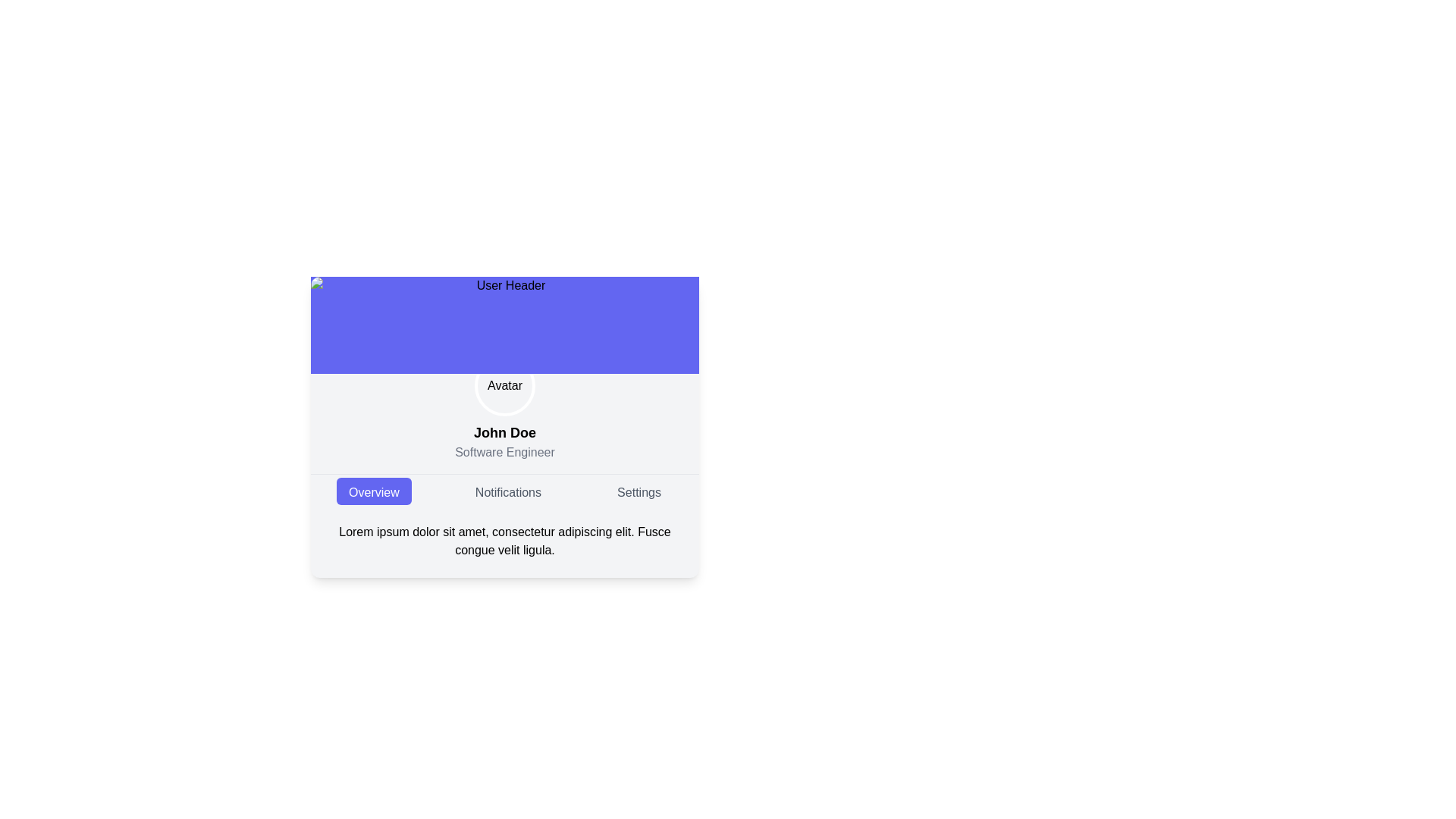  Describe the element at coordinates (508, 491) in the screenshot. I see `the 'Notifications' text label located in the middle of the horizontal menu bar at the bottom of the user card component` at that location.